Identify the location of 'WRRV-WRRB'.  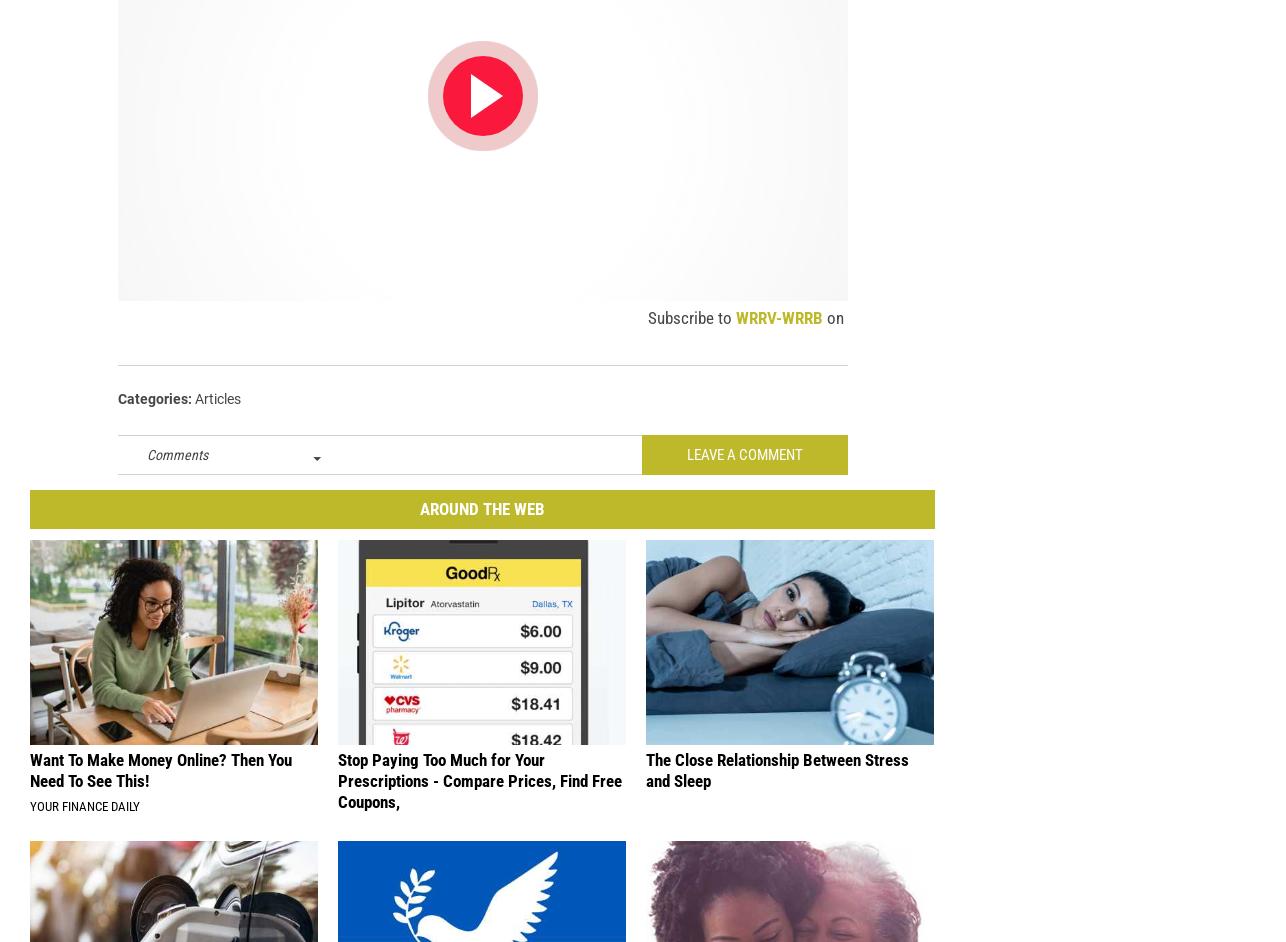
(779, 329).